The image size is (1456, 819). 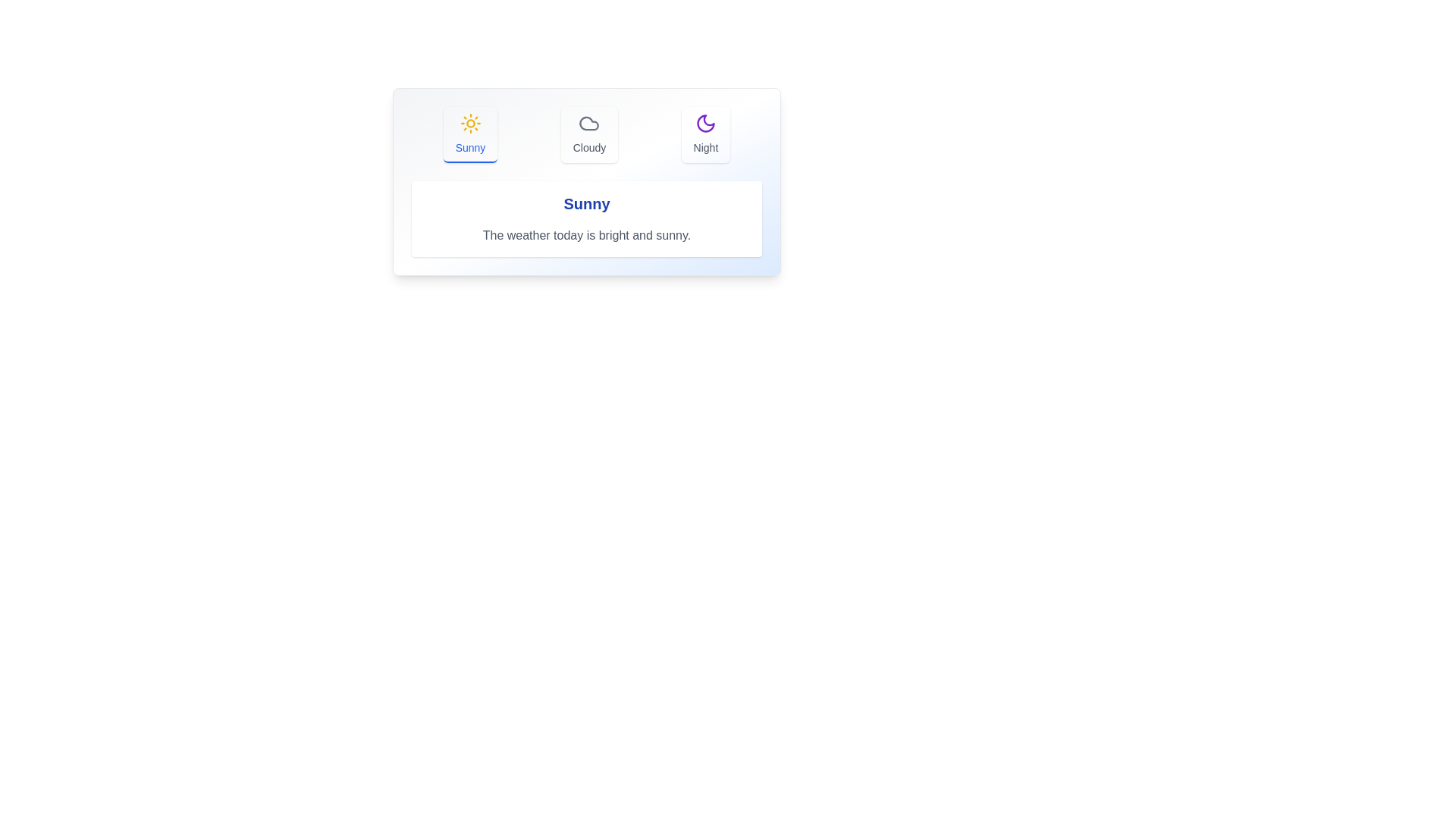 I want to click on the tab button labeled Night to view its hover effect, so click(x=705, y=133).